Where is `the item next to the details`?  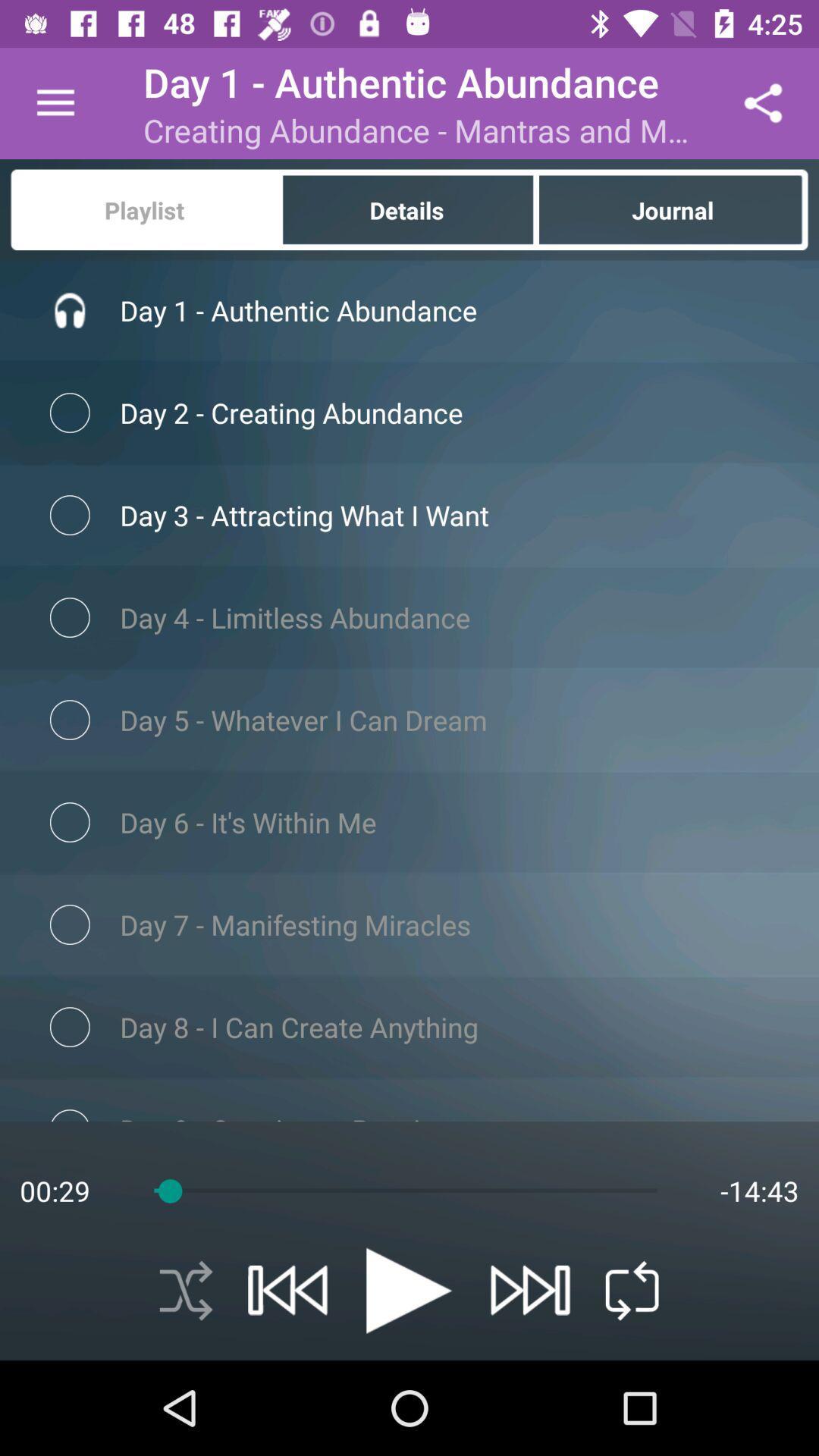 the item next to the details is located at coordinates (143, 209).